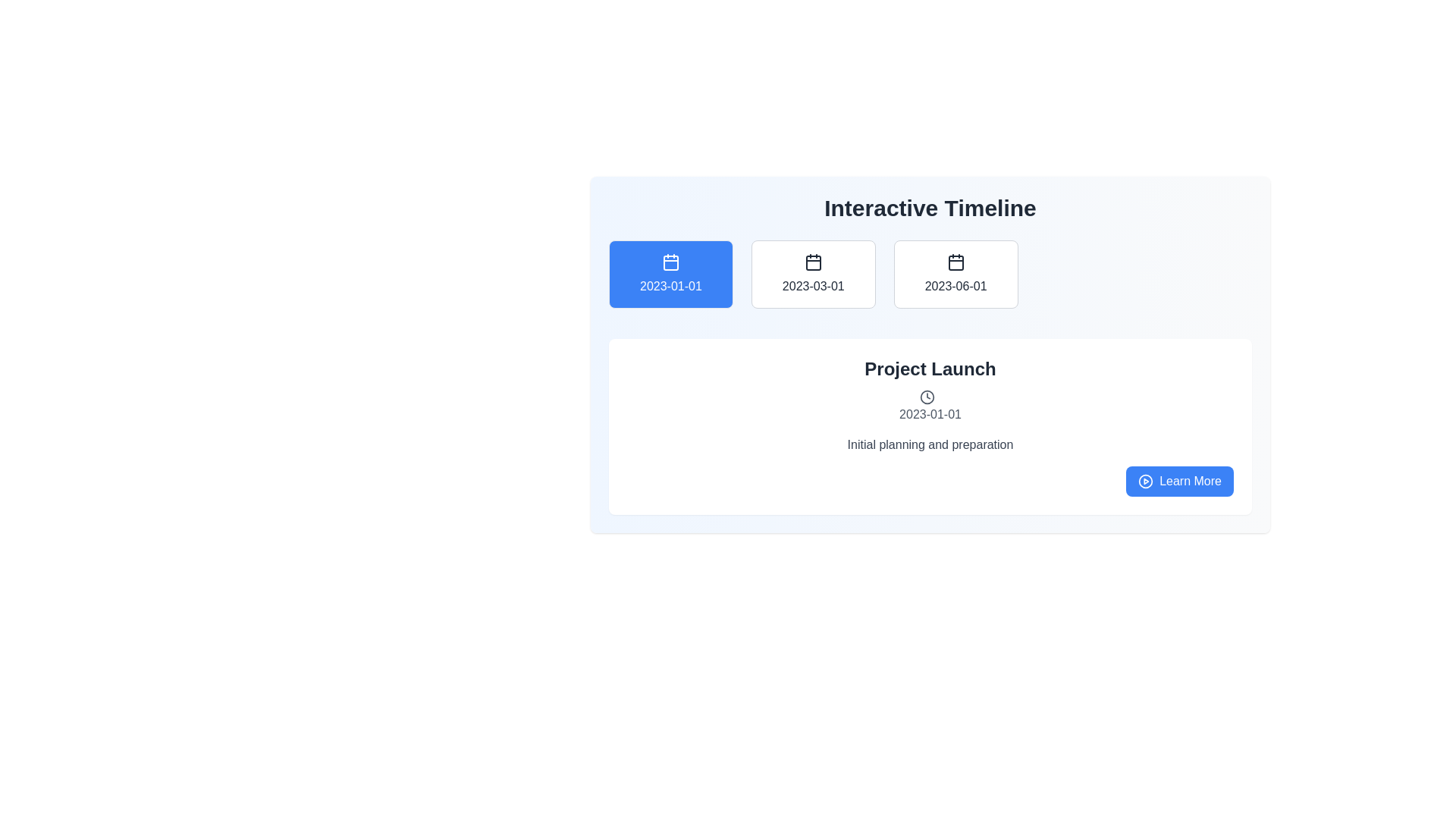 Image resolution: width=1456 pixels, height=819 pixels. What do you see at coordinates (930, 354) in the screenshot?
I see `the timeline display component that showcases chronological sequences of events, positioned below the title 'Interactive Timeline'` at bounding box center [930, 354].